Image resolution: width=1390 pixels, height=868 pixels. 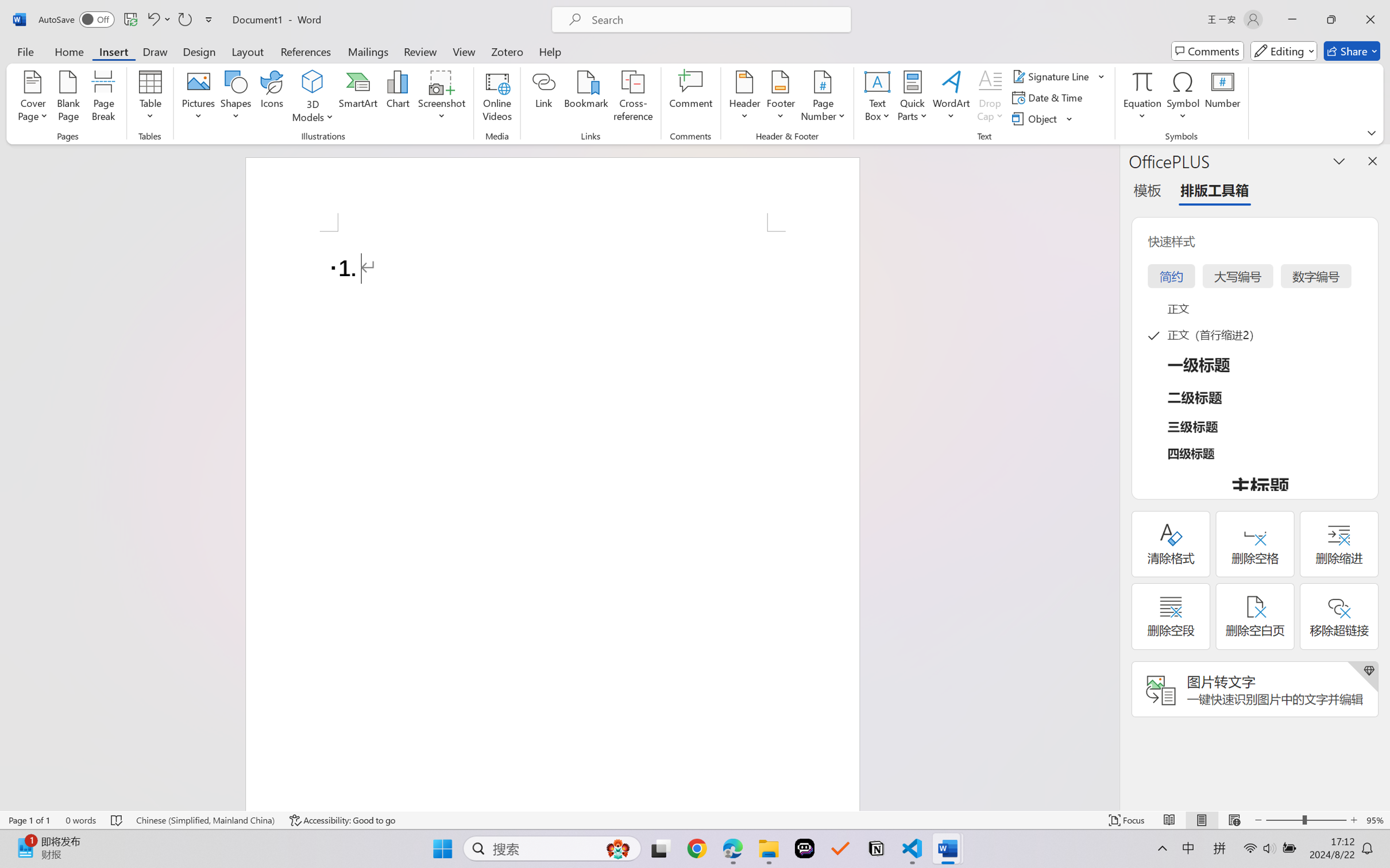 What do you see at coordinates (1042, 119) in the screenshot?
I see `'Object...'` at bounding box center [1042, 119].